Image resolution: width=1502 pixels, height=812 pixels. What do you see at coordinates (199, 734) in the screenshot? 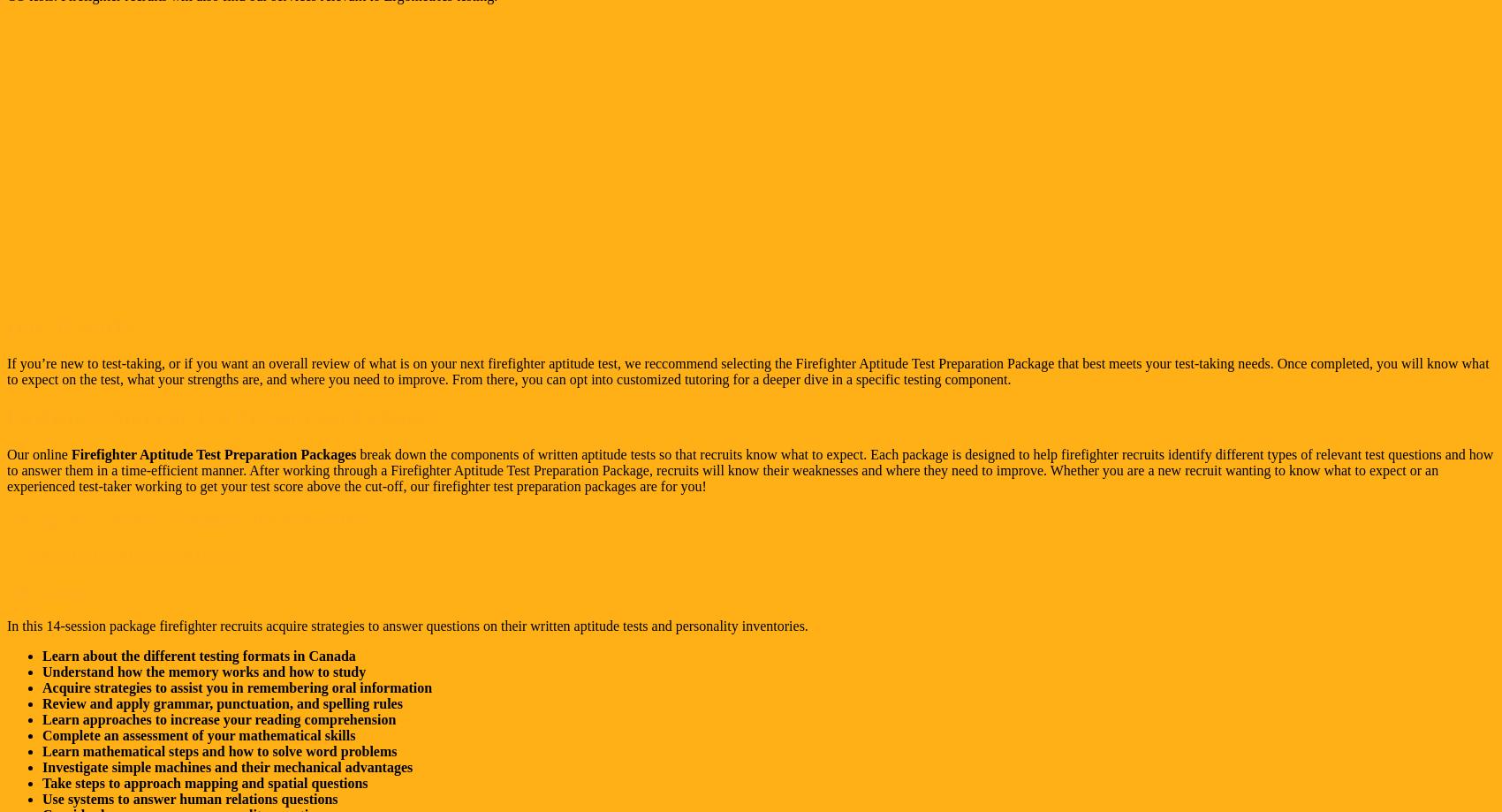
I see `'Complete an assessment of your mathematical skills'` at bounding box center [199, 734].